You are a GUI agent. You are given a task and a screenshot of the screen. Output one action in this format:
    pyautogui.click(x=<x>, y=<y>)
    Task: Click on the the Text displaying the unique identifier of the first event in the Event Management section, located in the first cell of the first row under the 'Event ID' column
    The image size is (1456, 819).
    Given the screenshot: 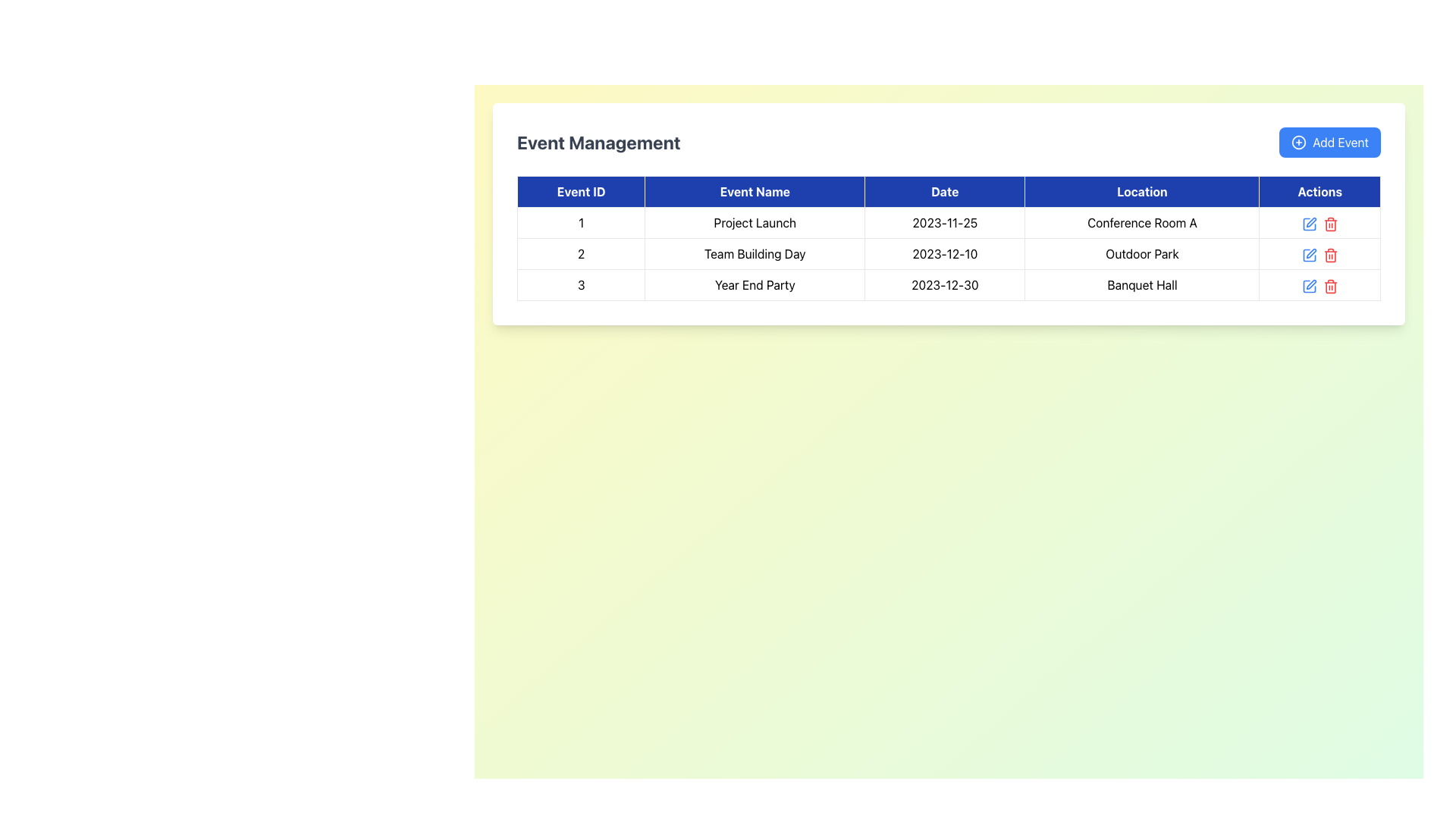 What is the action you would take?
    pyautogui.click(x=580, y=222)
    